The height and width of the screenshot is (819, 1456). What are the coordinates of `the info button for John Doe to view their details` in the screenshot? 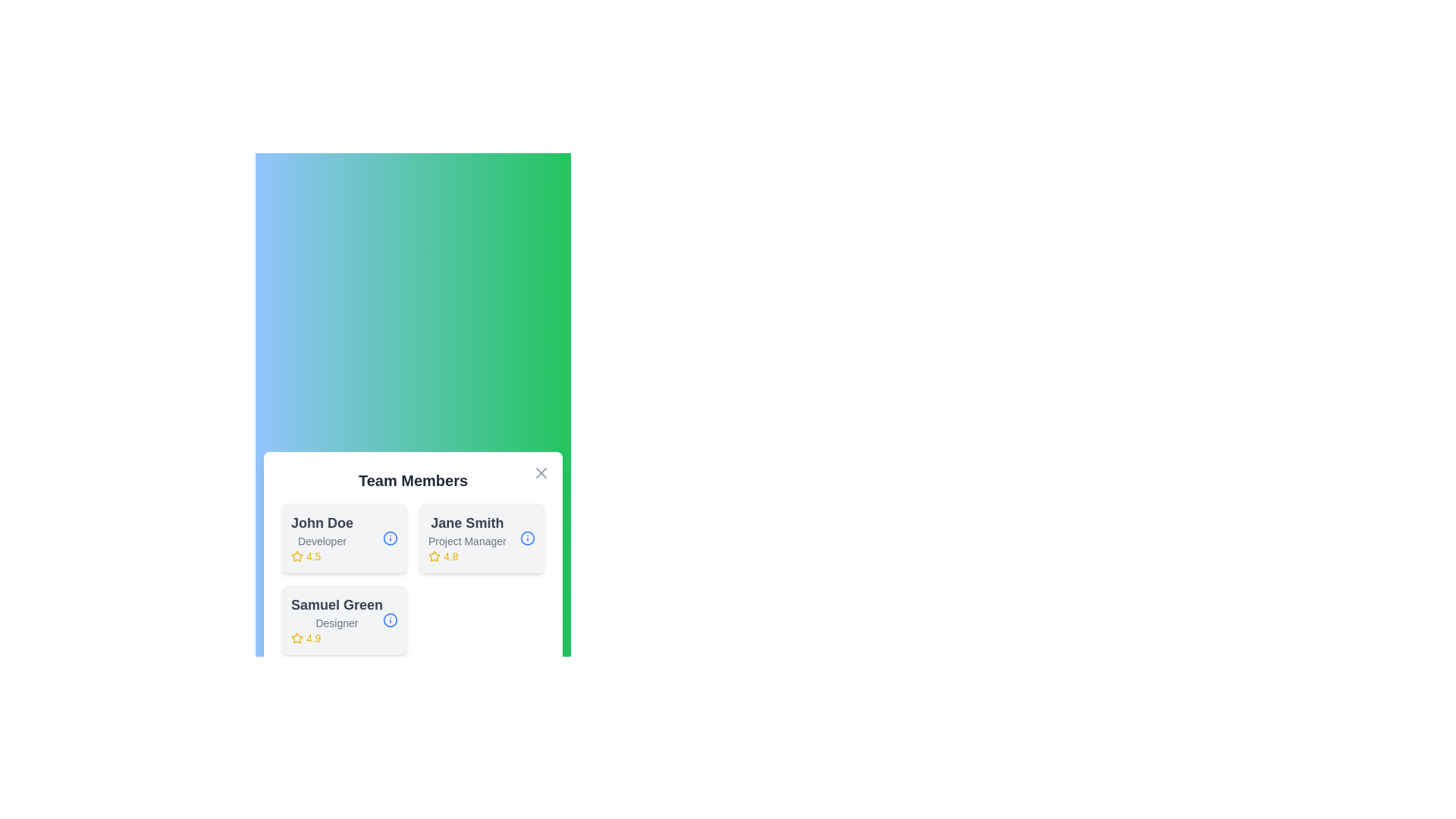 It's located at (390, 537).